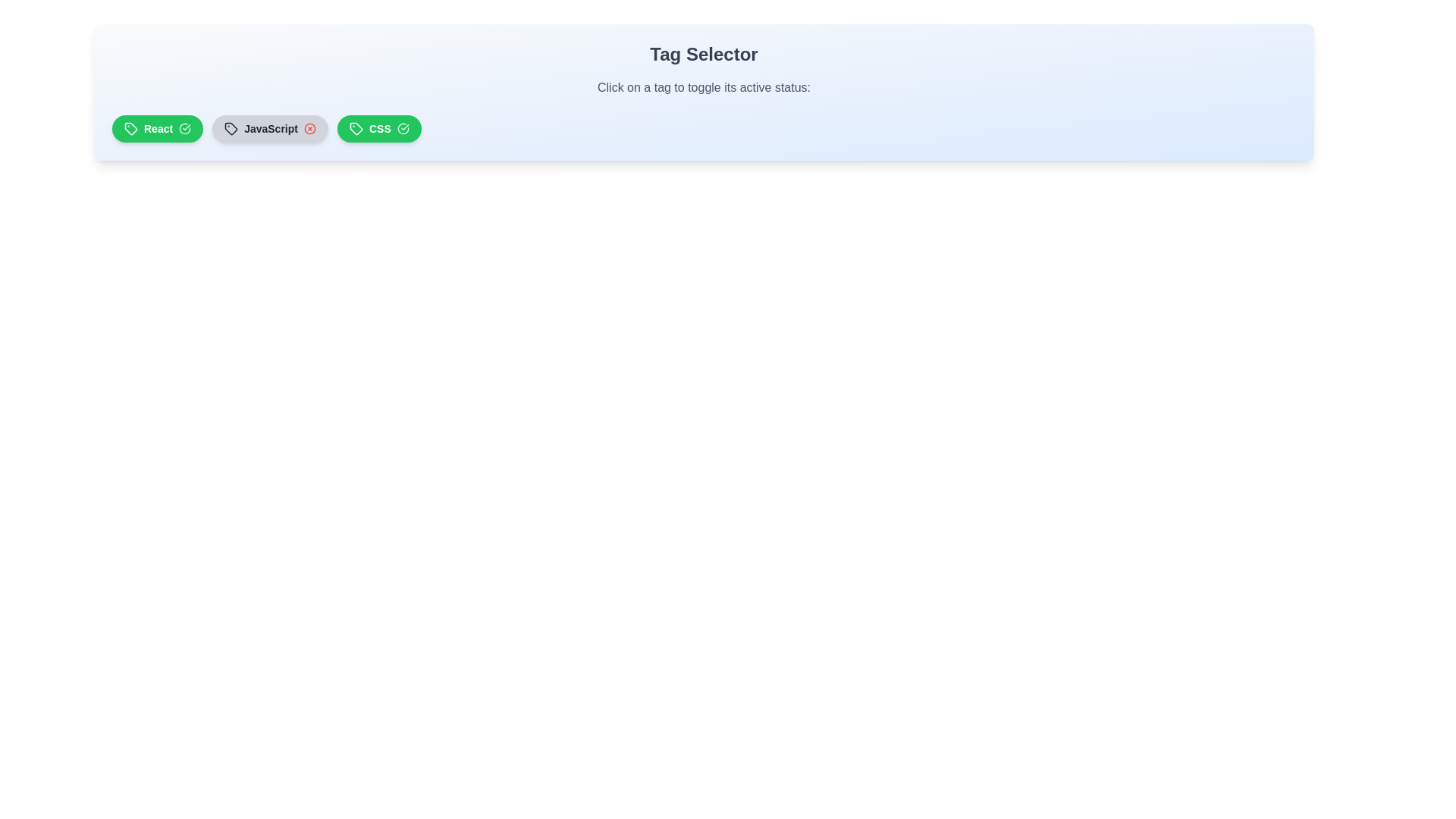 This screenshot has height=819, width=1456. Describe the element at coordinates (378, 127) in the screenshot. I see `the tag button labeled CSS to view its hover effect` at that location.